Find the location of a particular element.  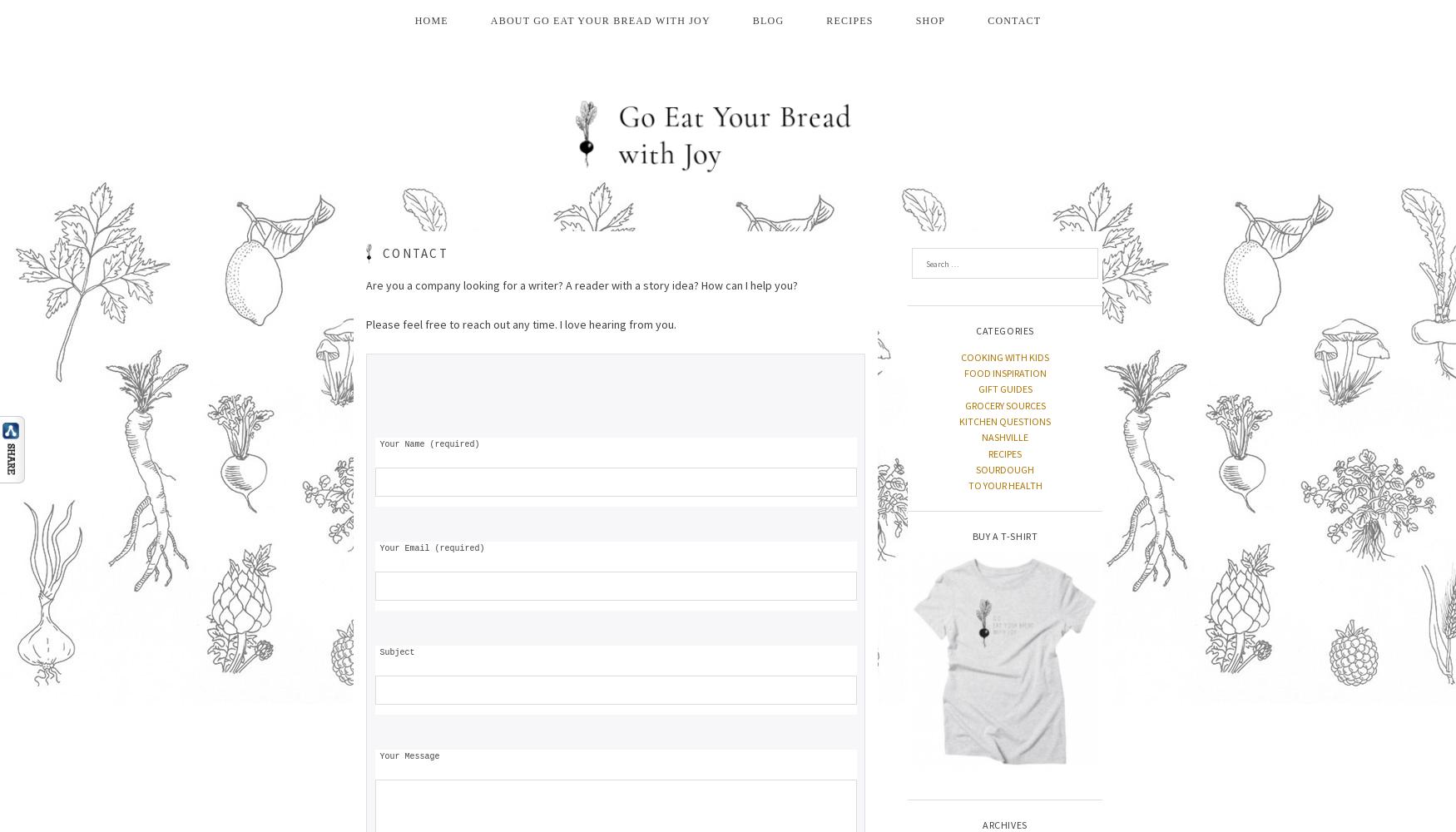

'Are you a company looking for a writer? A reader with a story idea? How can I help you?' is located at coordinates (582, 285).